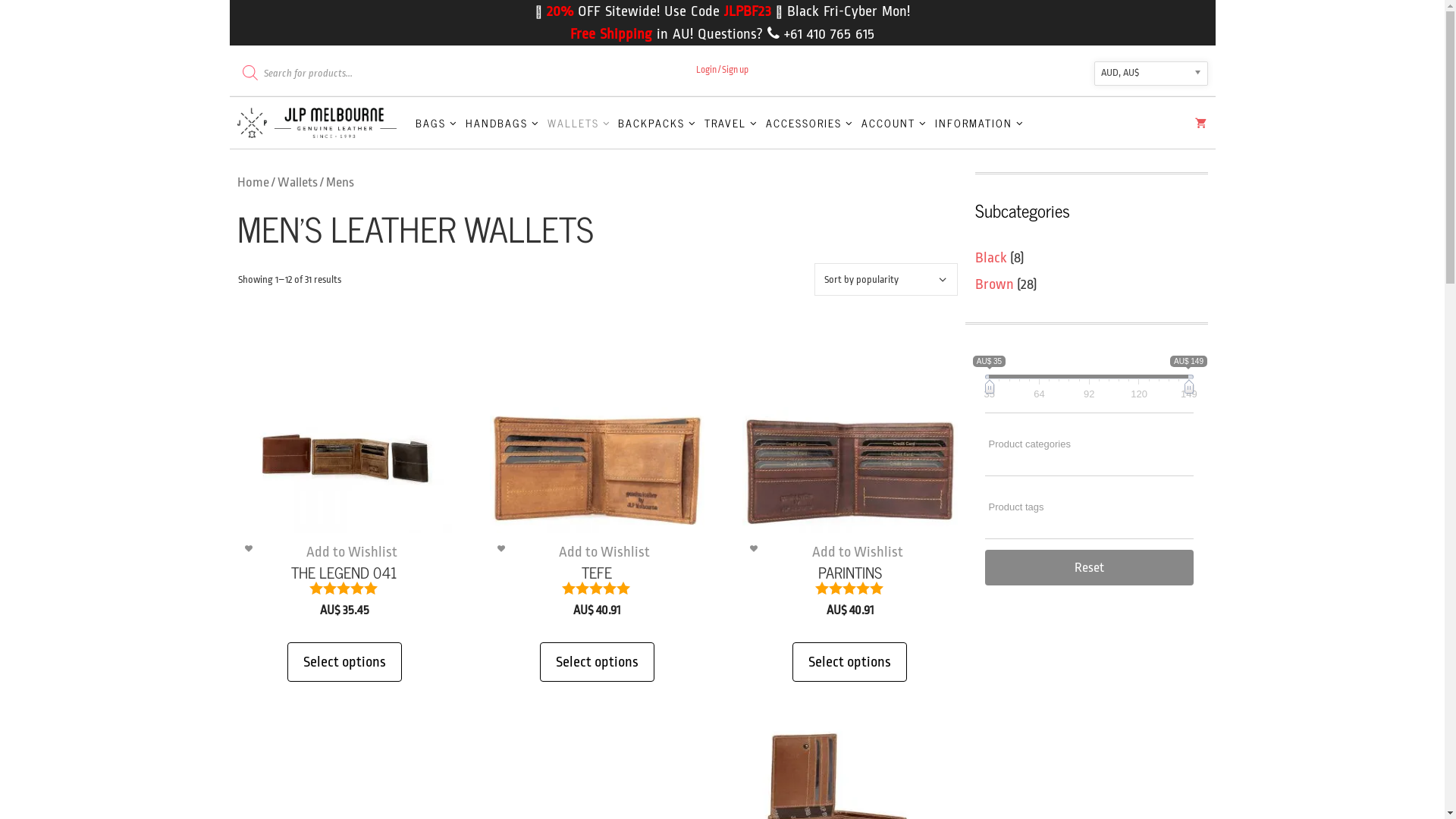  I want to click on 'Reset', so click(1087, 566).